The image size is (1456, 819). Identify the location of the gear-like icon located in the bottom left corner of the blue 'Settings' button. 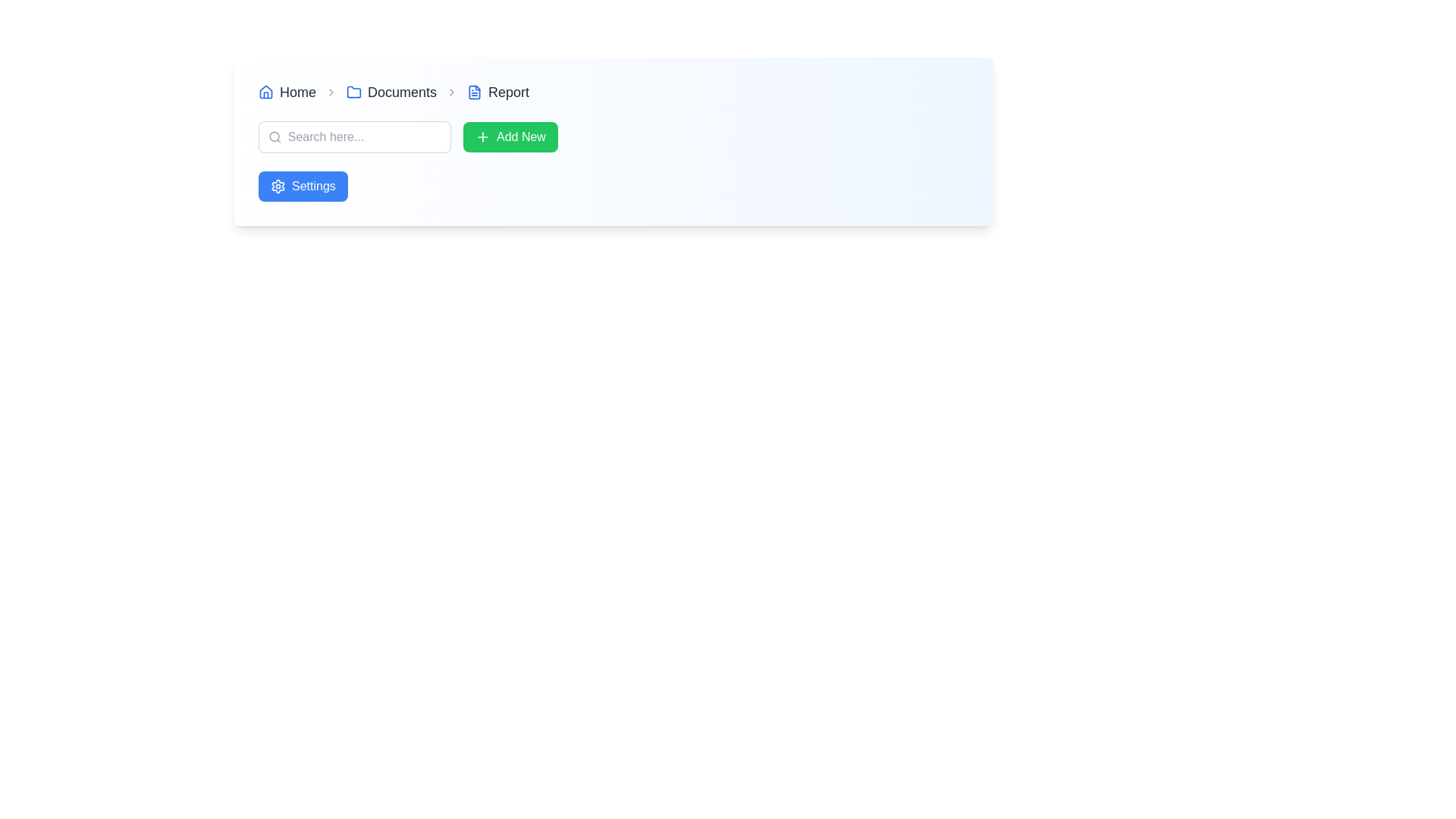
(278, 186).